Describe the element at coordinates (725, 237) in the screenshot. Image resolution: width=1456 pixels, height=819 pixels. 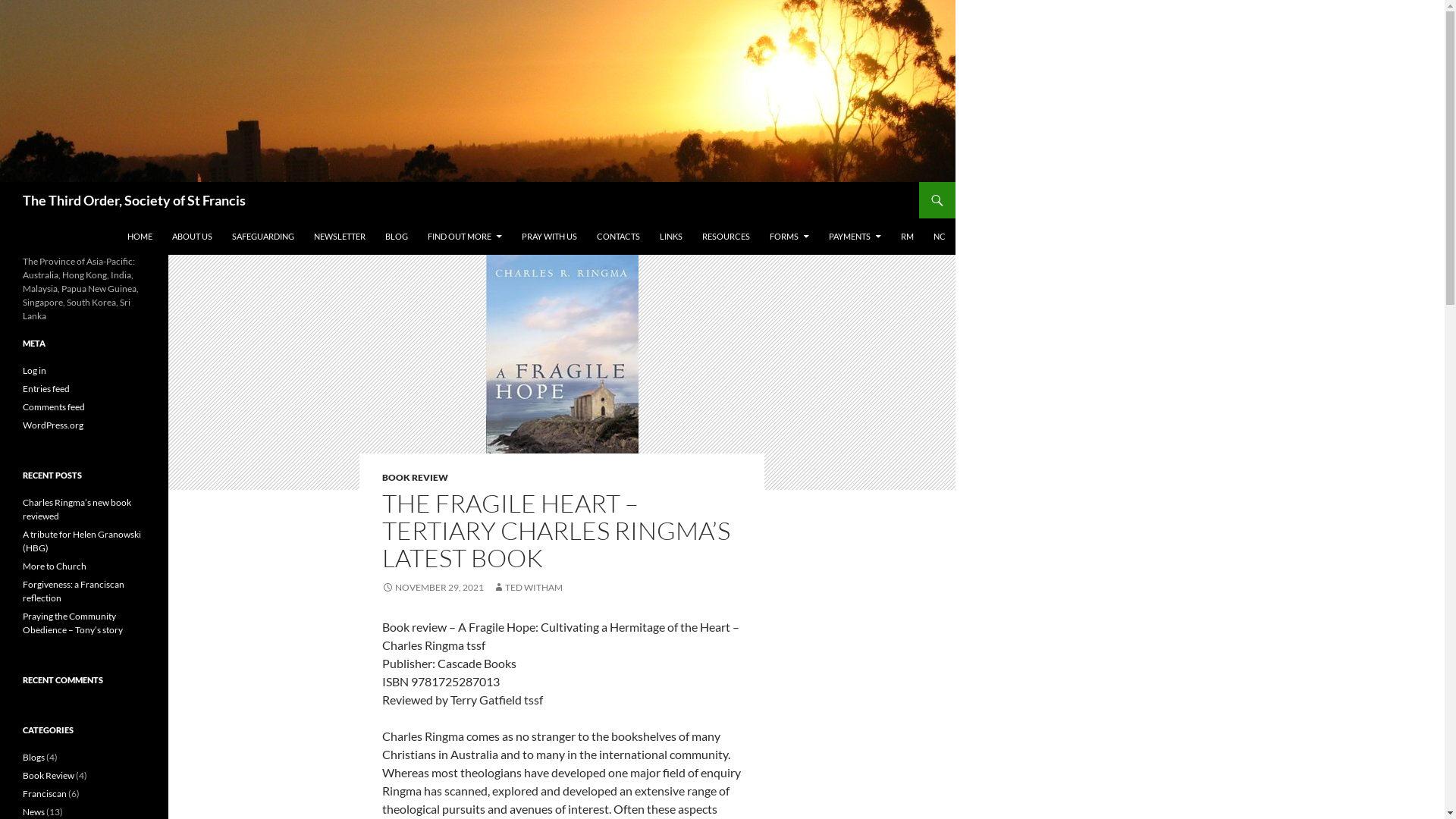
I see `'RESOURCES'` at that location.